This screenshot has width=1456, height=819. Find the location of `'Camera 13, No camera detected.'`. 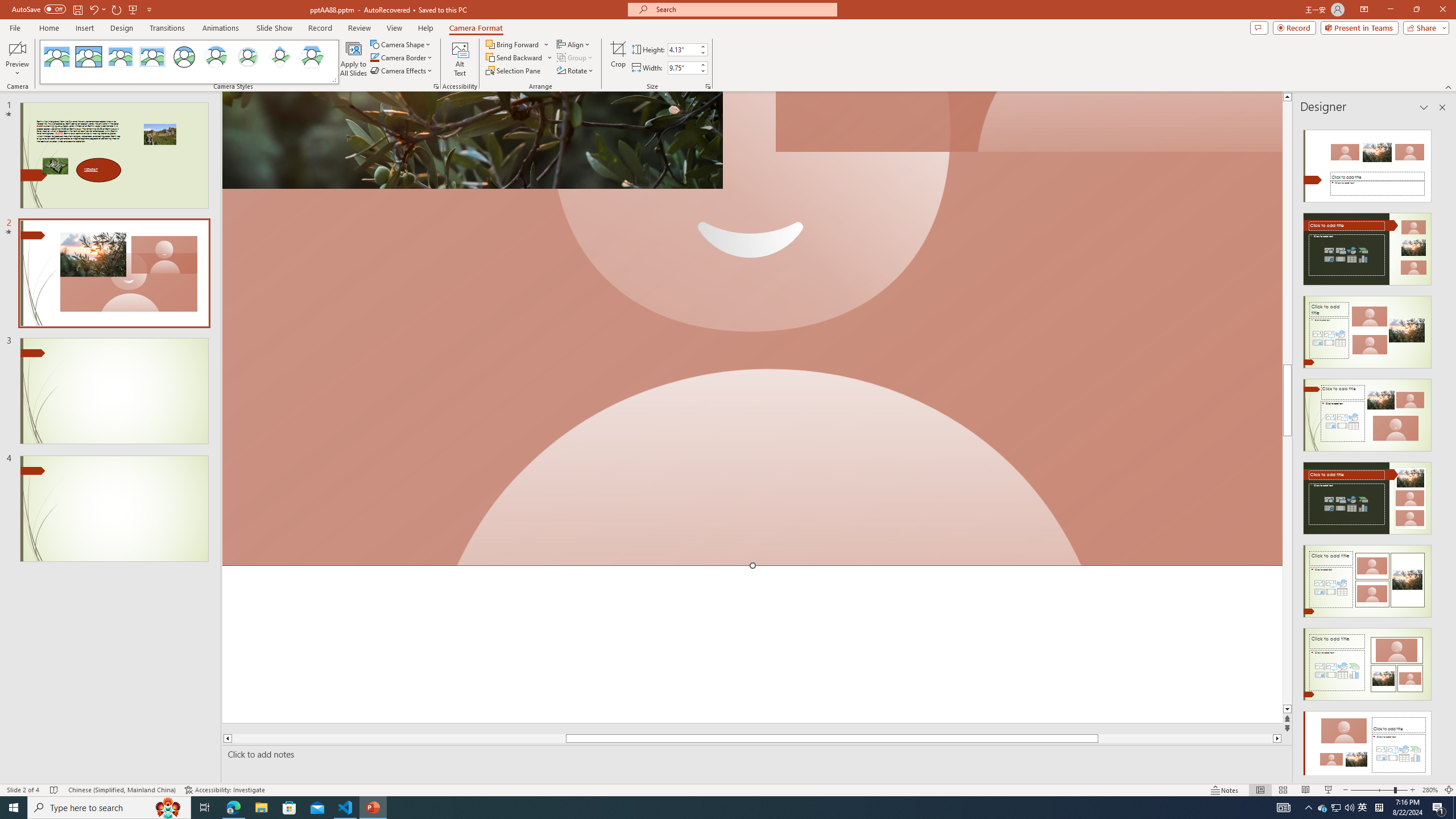

'Camera 13, No camera detected.' is located at coordinates (752, 329).